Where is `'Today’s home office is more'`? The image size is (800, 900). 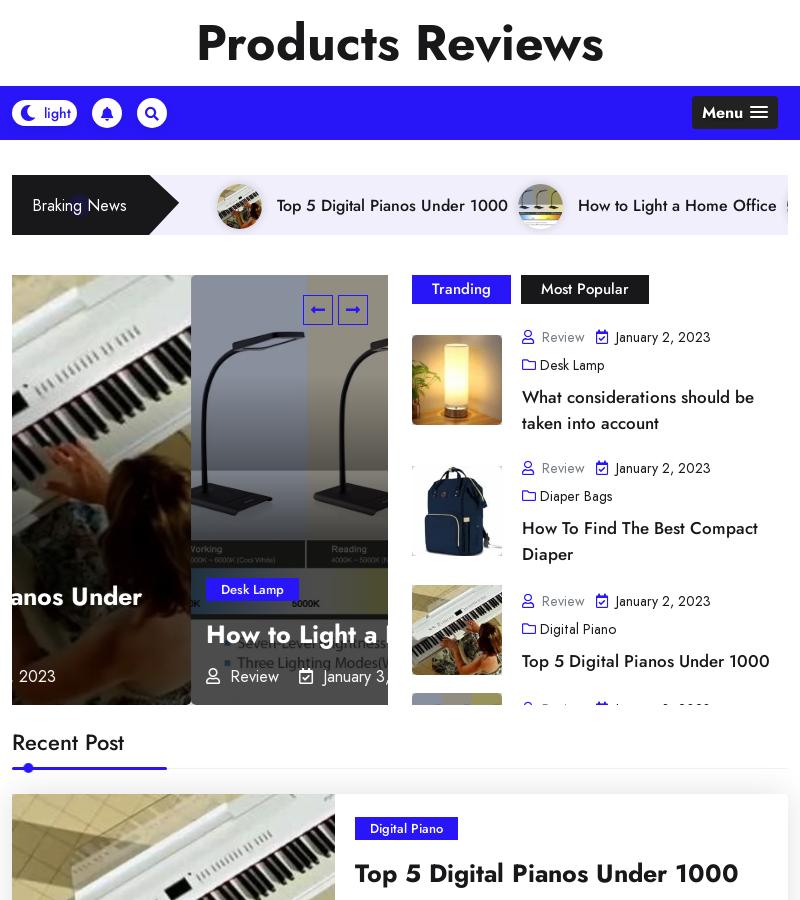
'Today’s home office is more' is located at coordinates (449, 445).